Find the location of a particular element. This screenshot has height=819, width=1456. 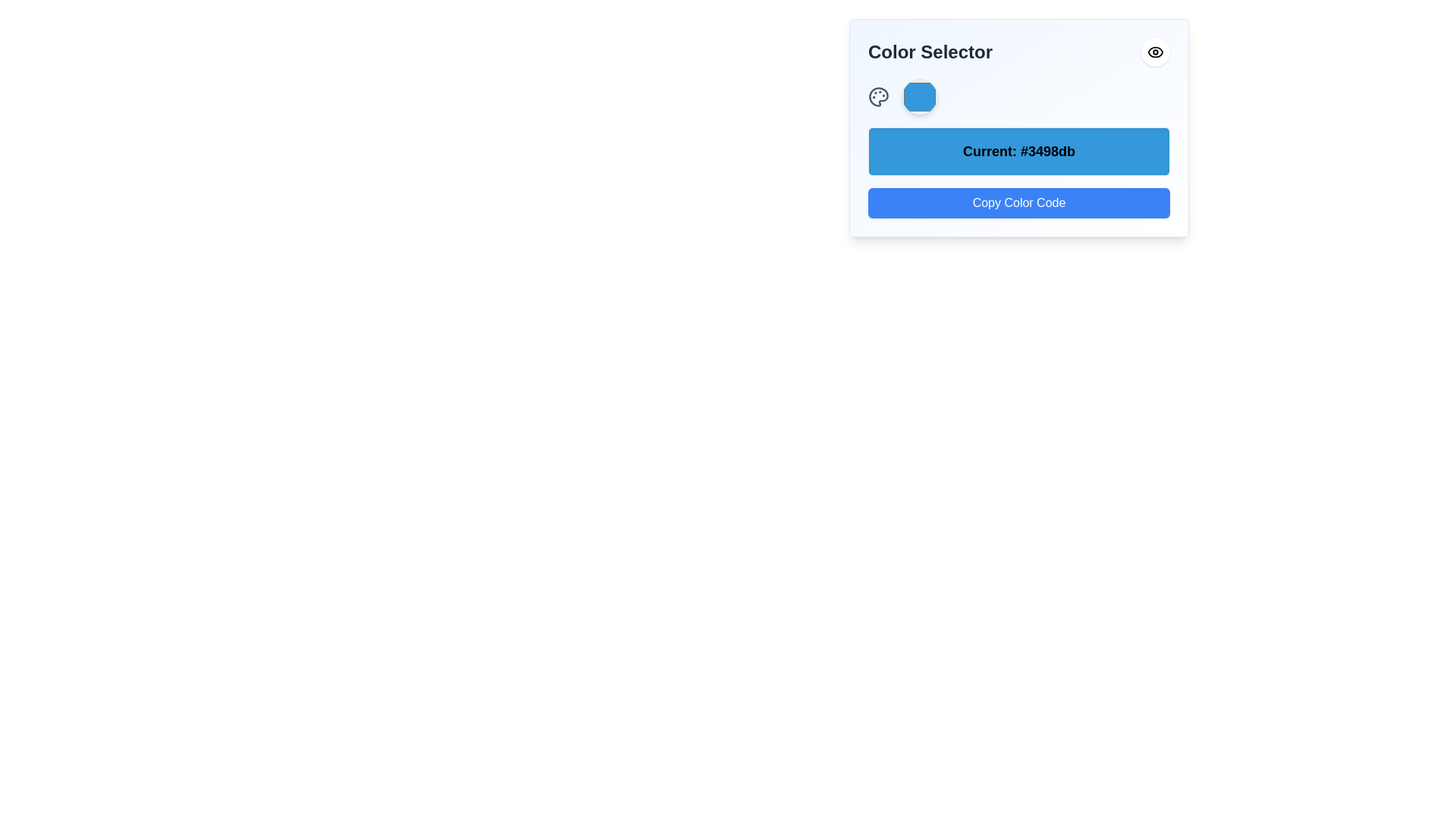

the 'Copy Color Code' button, which is a rectangular button with rounded corners, blue background, and white text, located below the blue area displaying 'Current: #3498db' is located at coordinates (1019, 202).